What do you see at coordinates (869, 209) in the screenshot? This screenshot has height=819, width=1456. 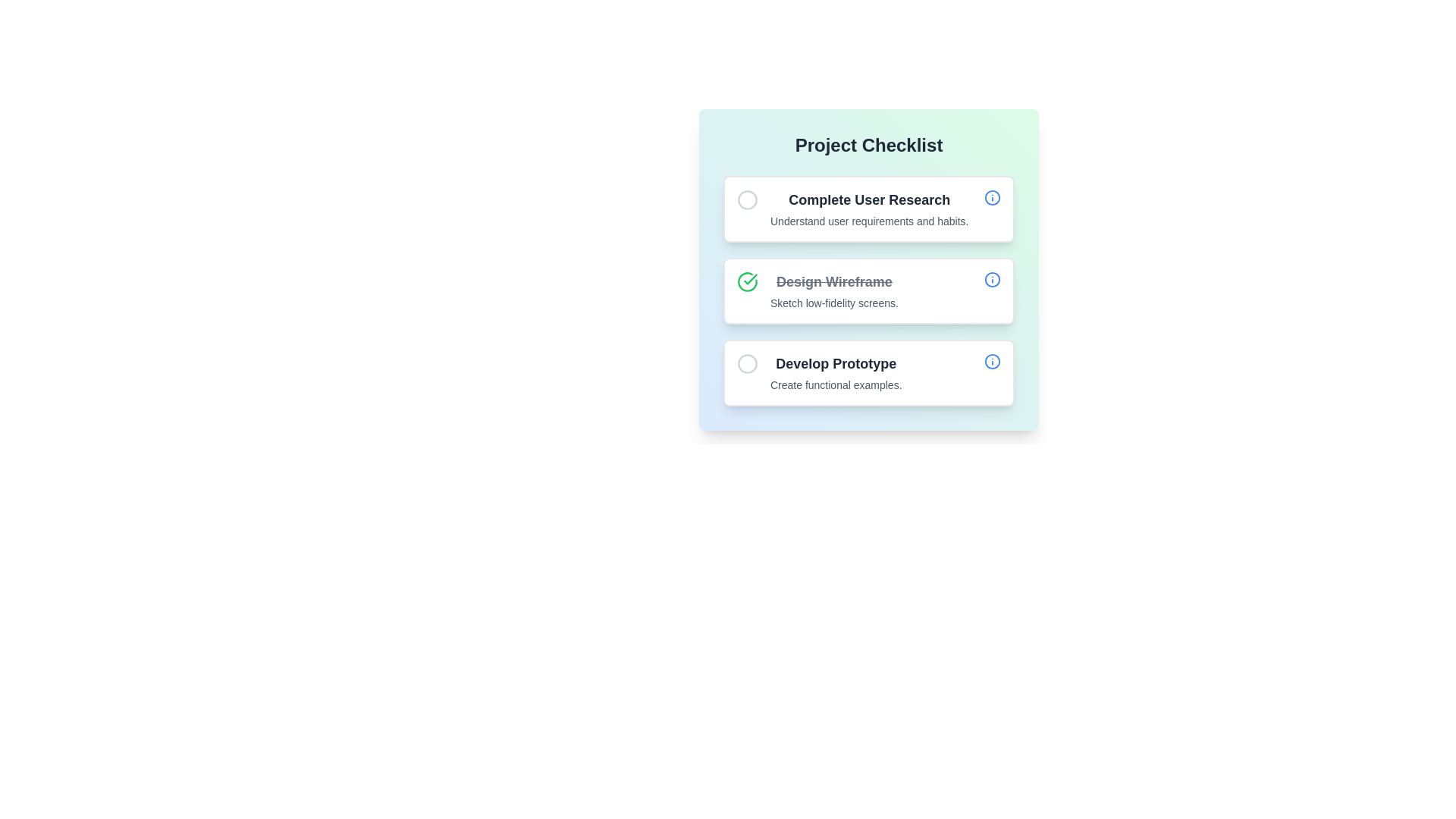 I see `the Label with subtext that describes the task details in the checklist, located at the top of the checklist inside a bordered box` at bounding box center [869, 209].